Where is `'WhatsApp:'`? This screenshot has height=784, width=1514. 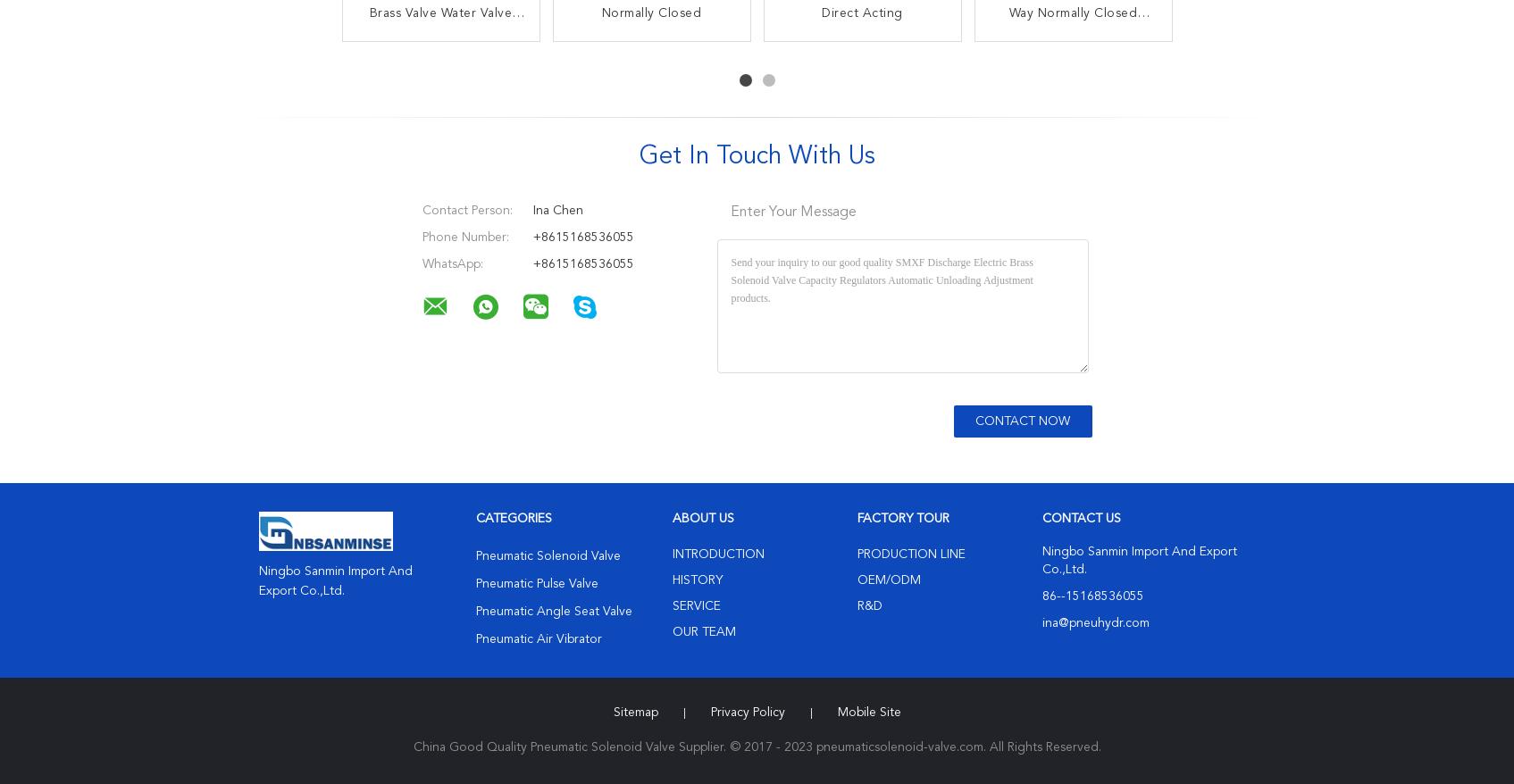 'WhatsApp:' is located at coordinates (421, 263).